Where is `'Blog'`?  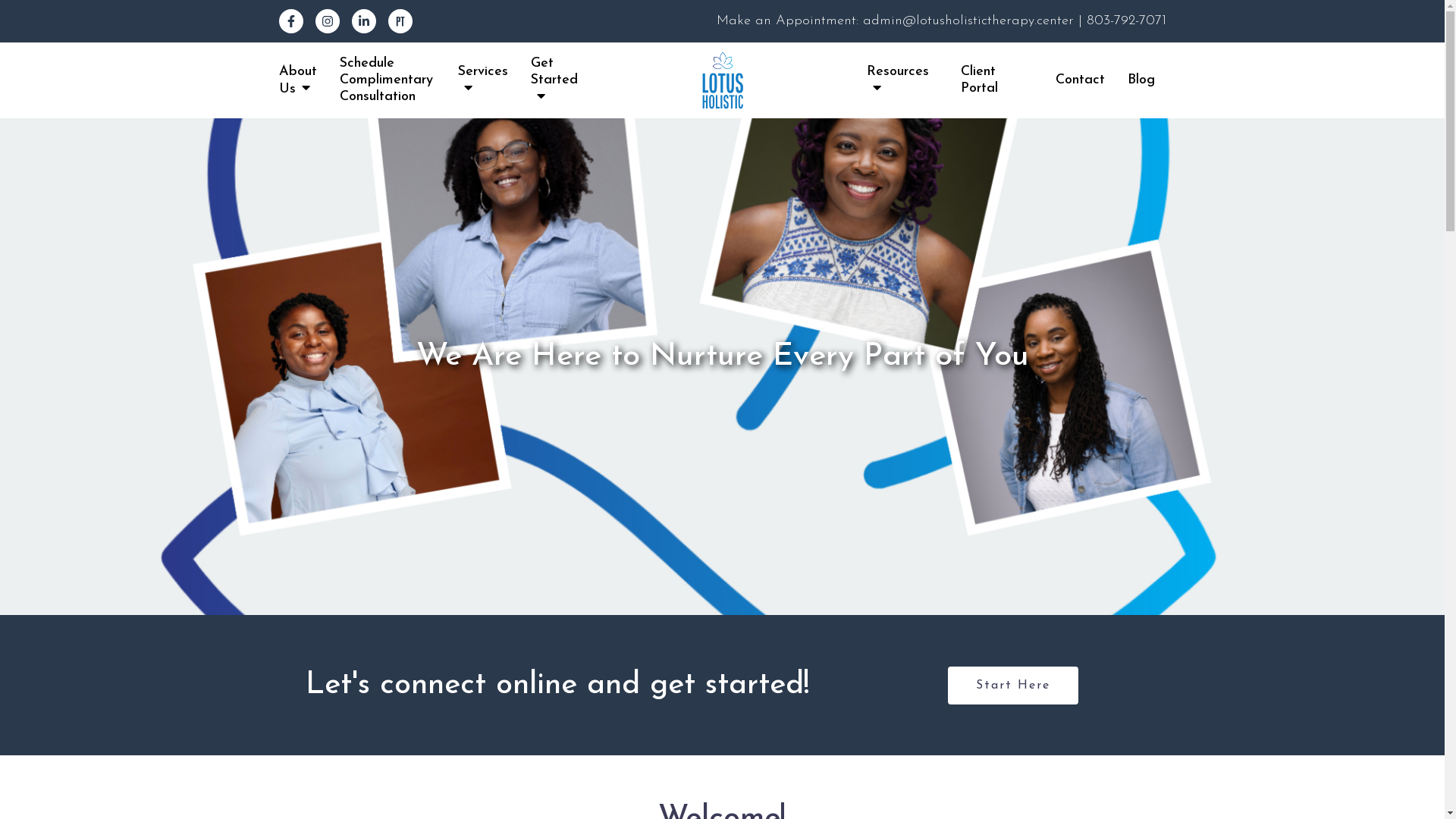 'Blog' is located at coordinates (1140, 80).